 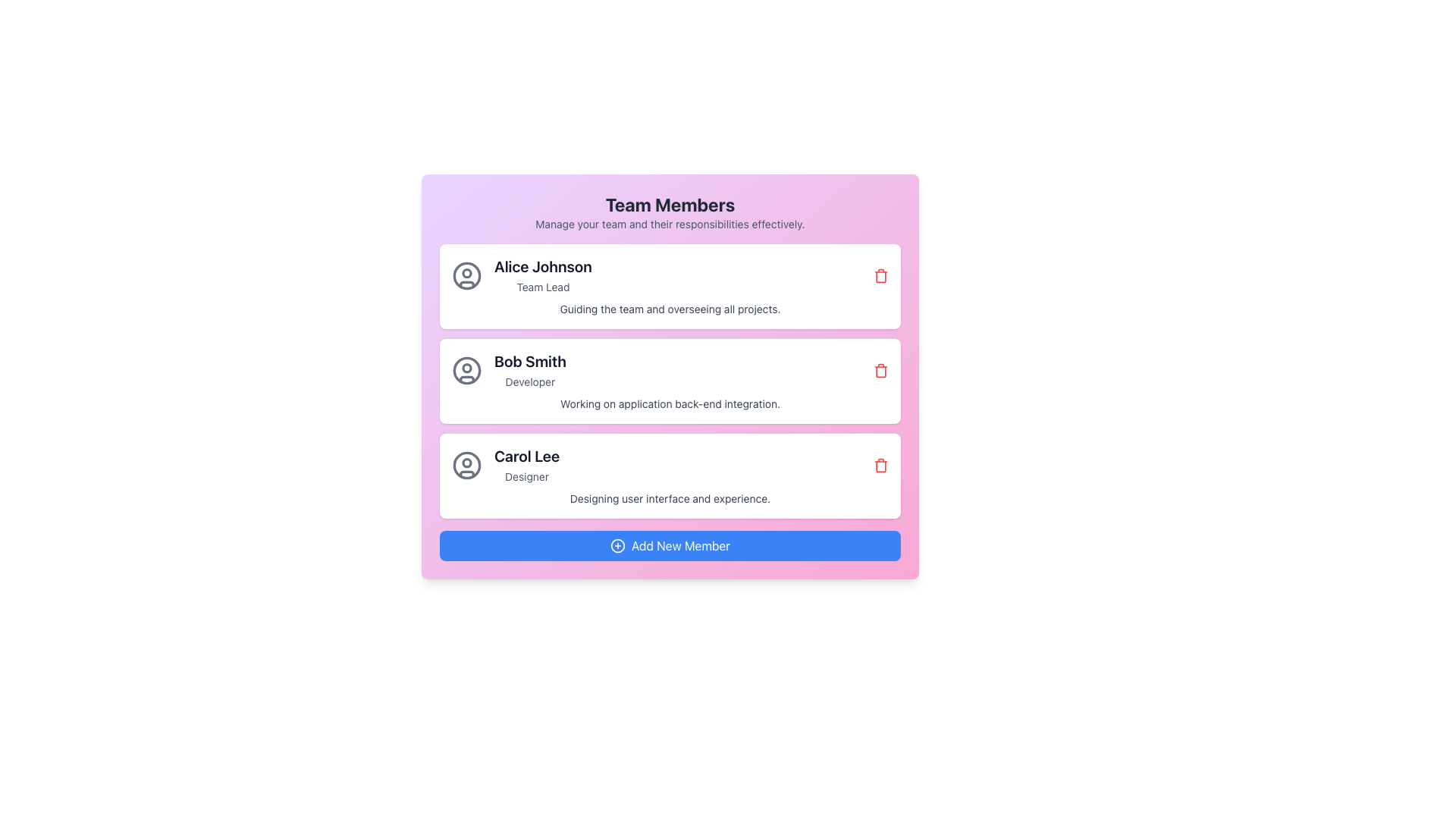 I want to click on the 'Add New Team Member' button located at the bottom of the 'Team Members' card, so click(x=669, y=546).